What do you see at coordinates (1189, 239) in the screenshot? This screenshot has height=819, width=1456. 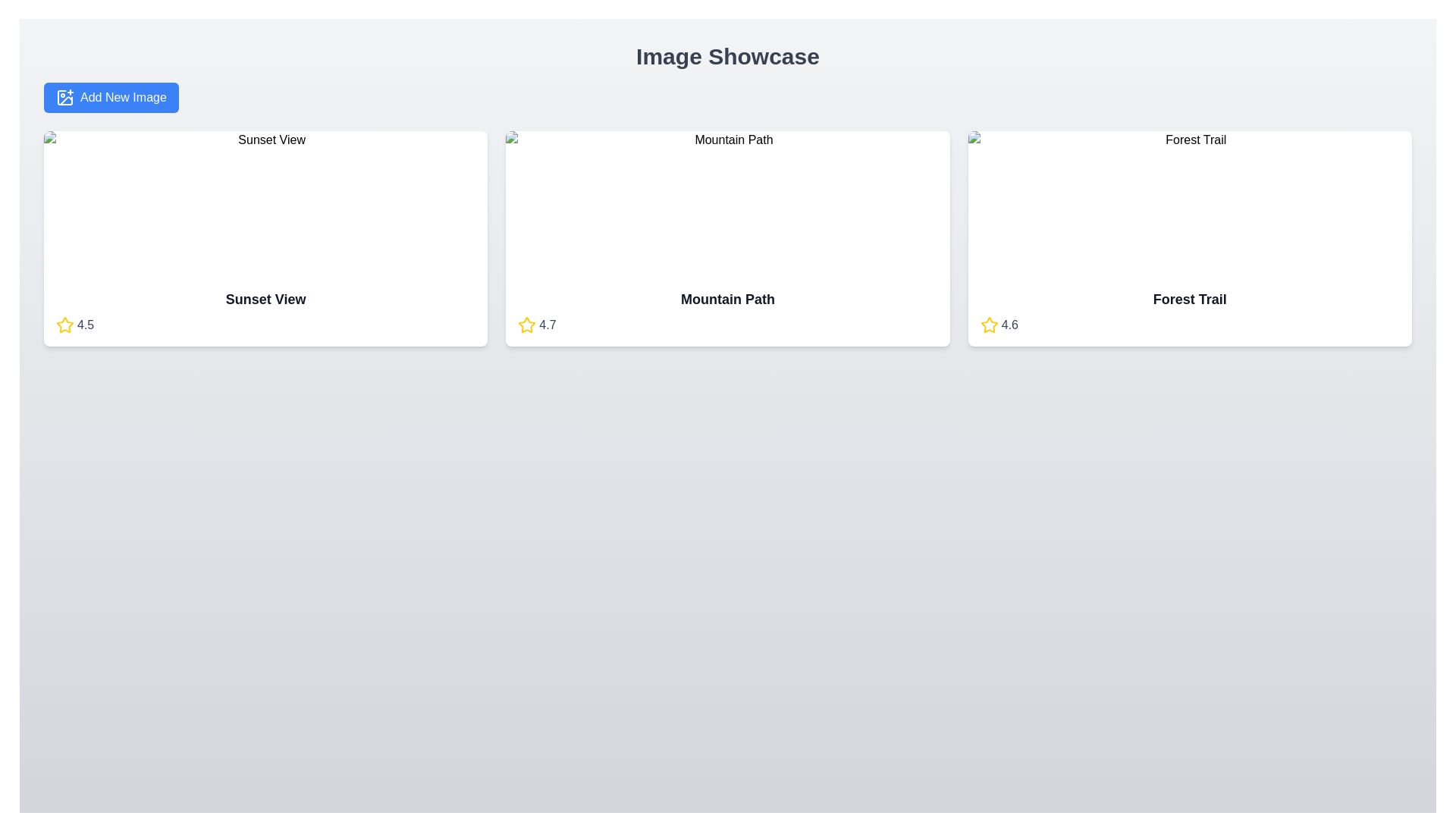 I see `the third Informational Card in the grid` at bounding box center [1189, 239].